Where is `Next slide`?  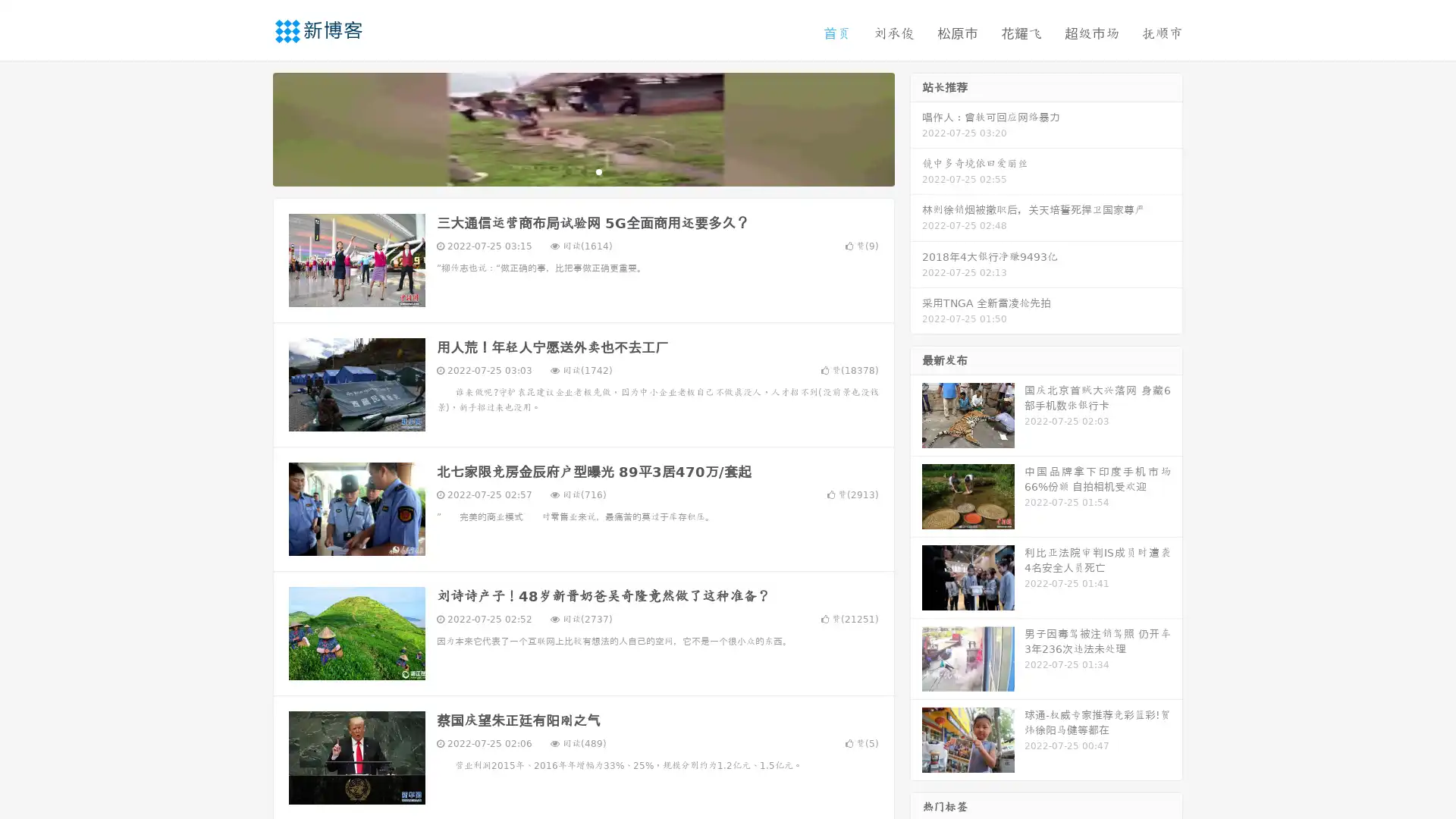
Next slide is located at coordinates (916, 127).